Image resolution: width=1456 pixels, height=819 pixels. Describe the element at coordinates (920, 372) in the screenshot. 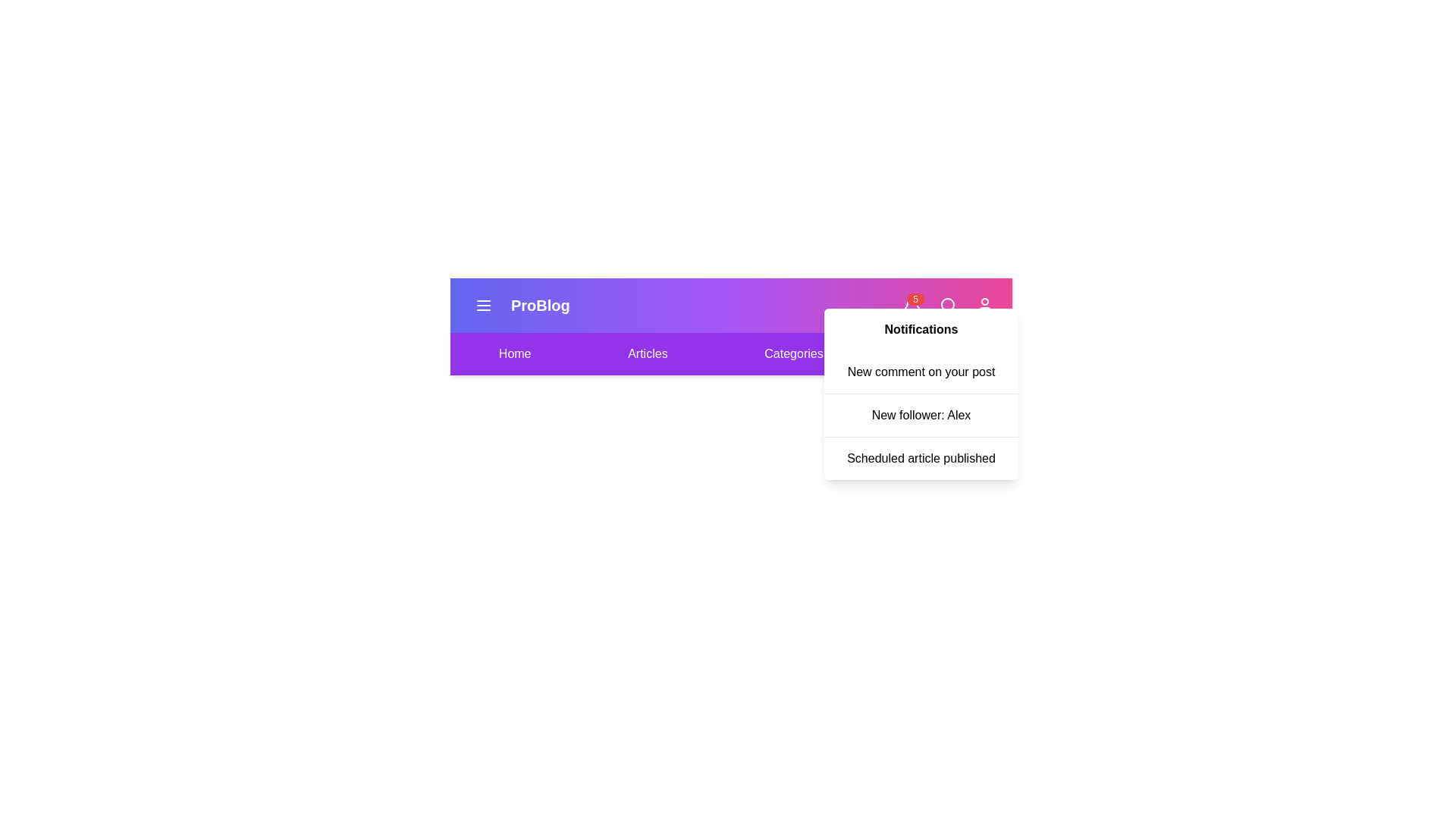

I see `the notification titled 'New comment on your post' from the list` at that location.